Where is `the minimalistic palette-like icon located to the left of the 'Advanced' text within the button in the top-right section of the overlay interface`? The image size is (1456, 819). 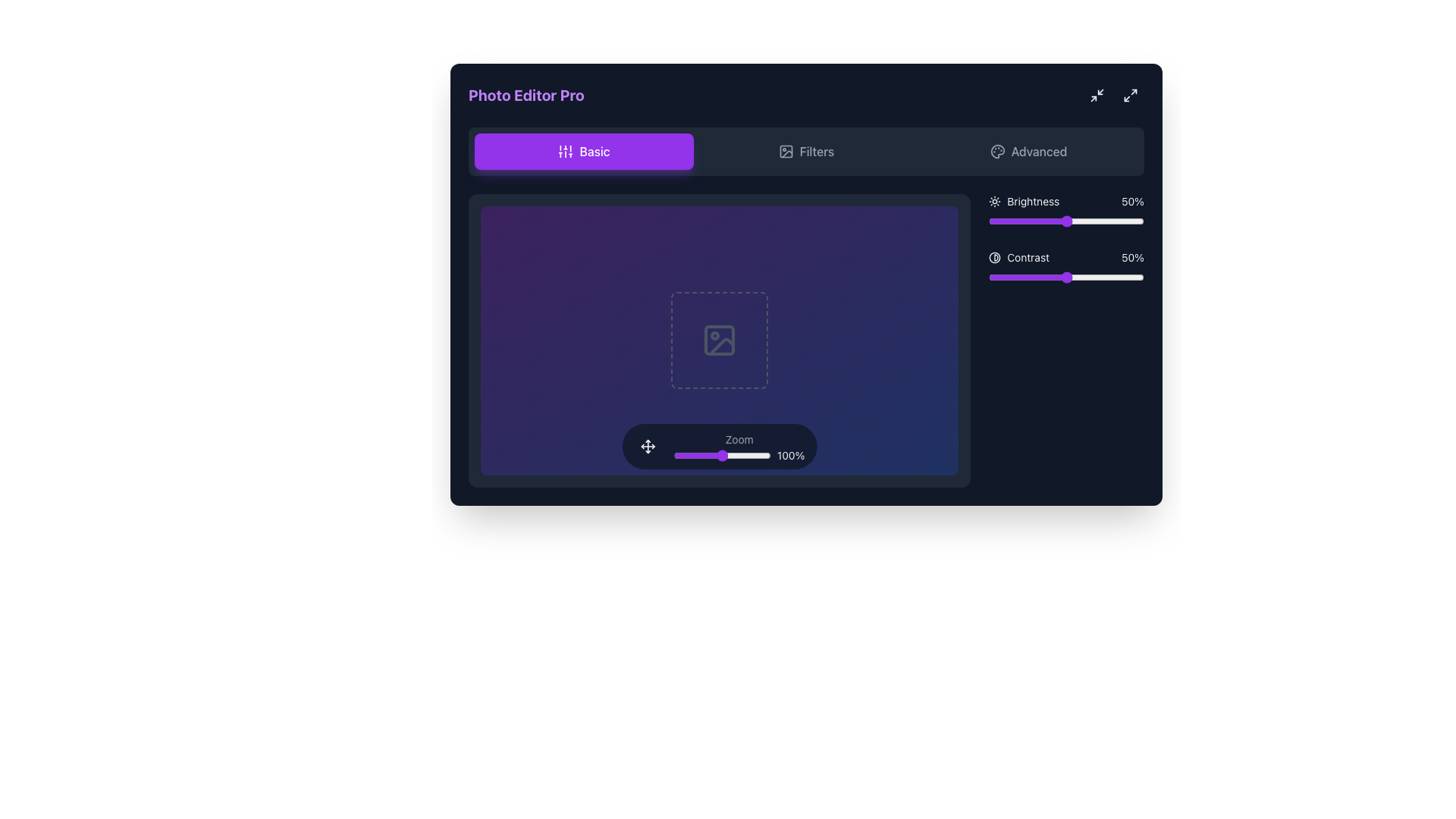 the minimalistic palette-like icon located to the left of the 'Advanced' text within the button in the top-right section of the overlay interface is located at coordinates (997, 152).